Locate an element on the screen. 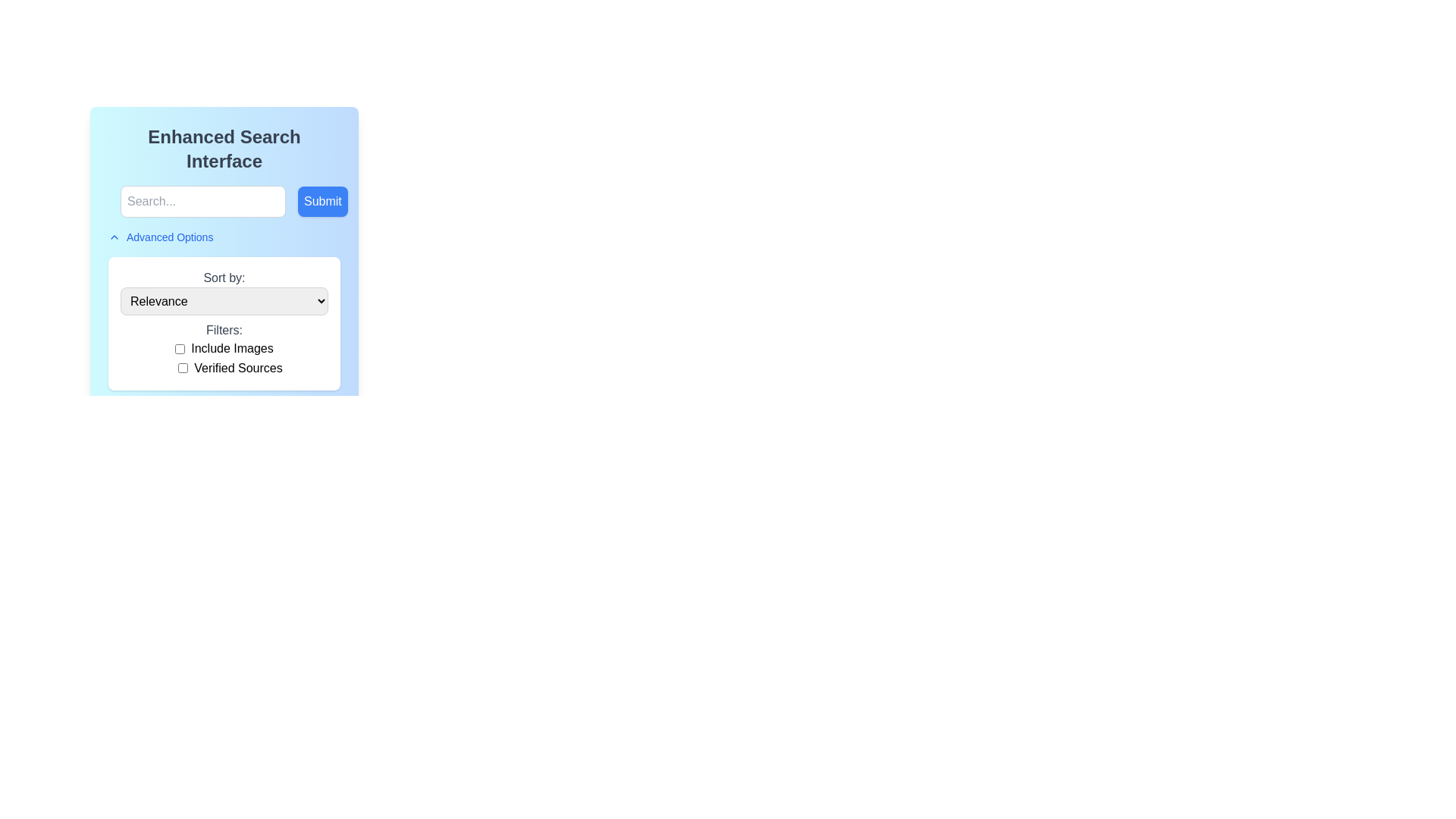 Image resolution: width=1456 pixels, height=819 pixels. the checkbox located in the 'Filters:' section, which is the first item in the vertical list is located at coordinates (224, 348).